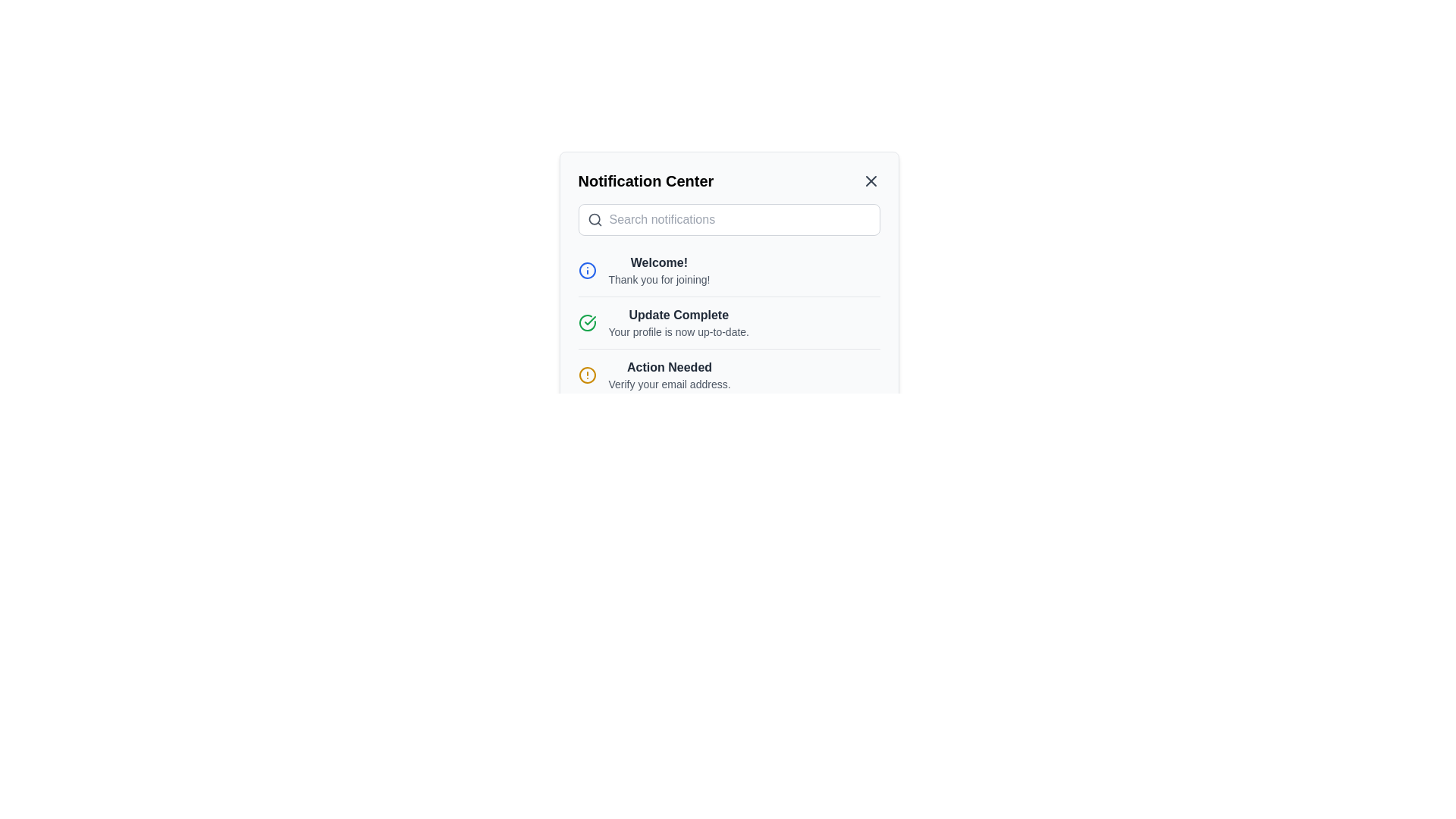 The height and width of the screenshot is (819, 1456). What do you see at coordinates (678, 331) in the screenshot?
I see `text contained in the descriptive feedback message indicating the successful completion of the profile update, located below the 'Update Complete' heading in the second notification entry of the 'Notification Center'` at bounding box center [678, 331].